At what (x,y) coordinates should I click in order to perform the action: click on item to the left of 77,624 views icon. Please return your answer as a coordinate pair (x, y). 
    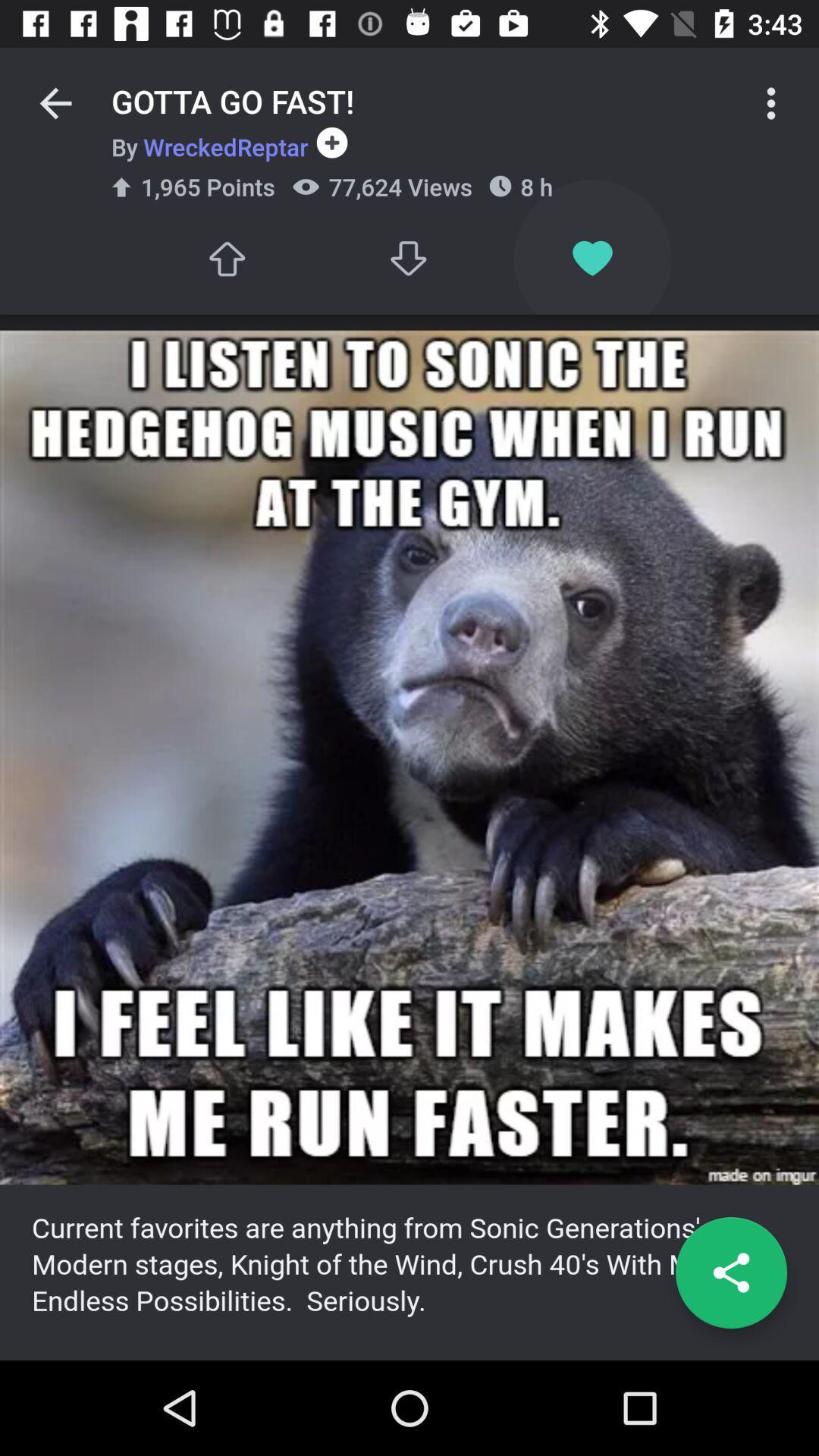
    Looking at the image, I should click on (226, 259).